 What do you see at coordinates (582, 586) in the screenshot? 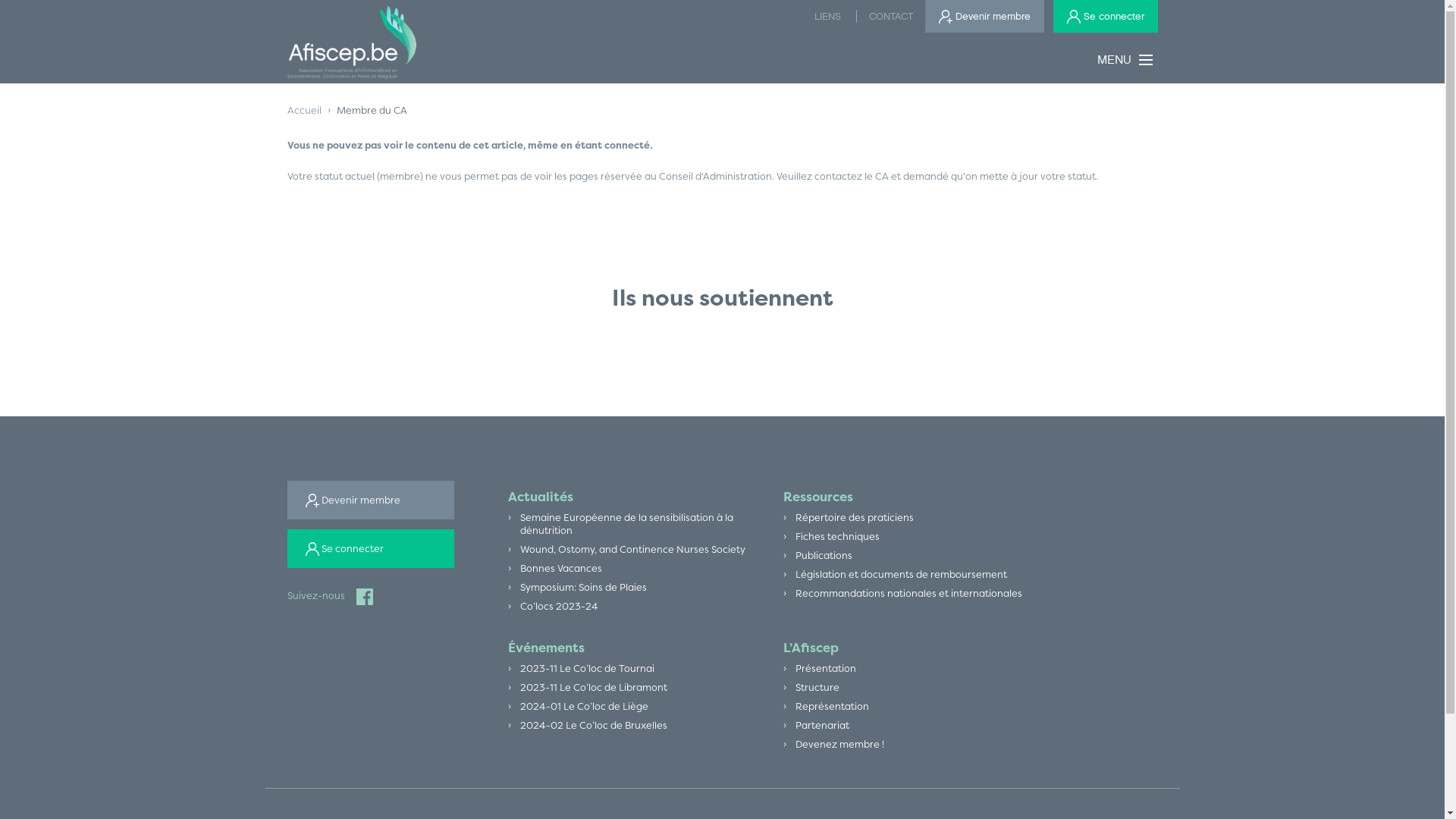
I see `'Symposium: Soins de Plaies'` at bounding box center [582, 586].